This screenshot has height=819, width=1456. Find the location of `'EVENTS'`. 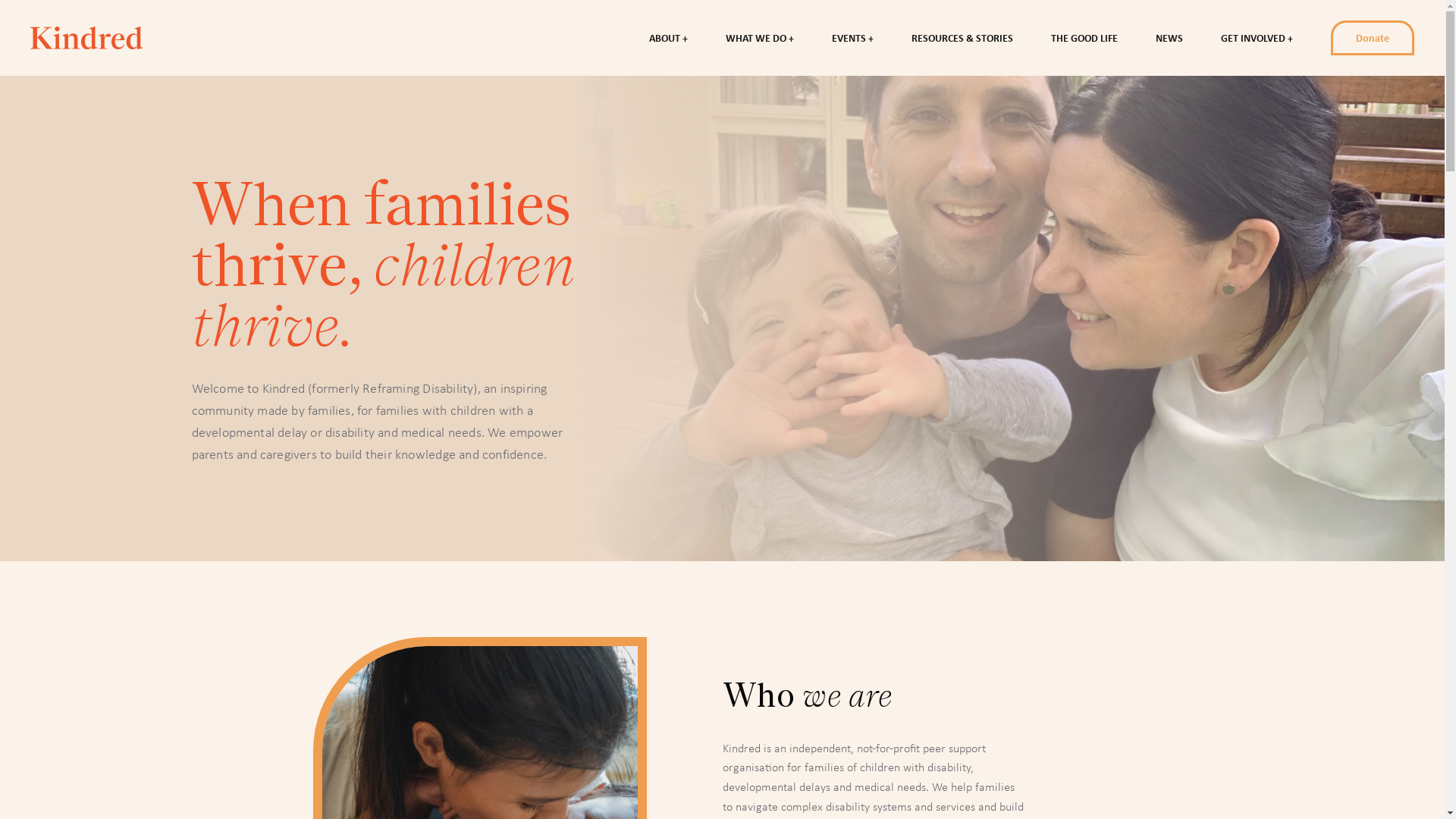

'EVENTS' is located at coordinates (852, 37).